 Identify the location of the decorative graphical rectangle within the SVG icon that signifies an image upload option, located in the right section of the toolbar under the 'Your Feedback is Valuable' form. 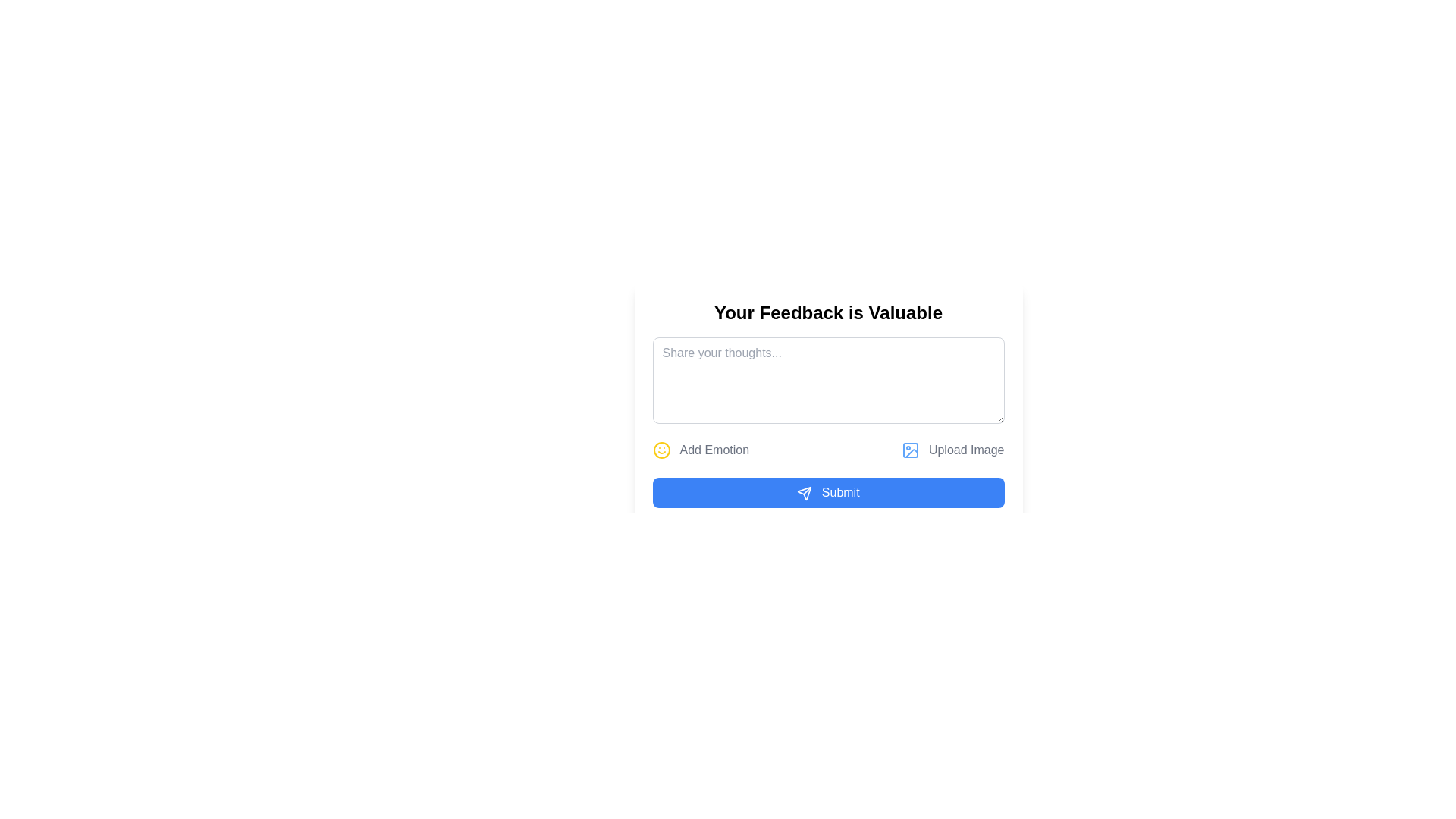
(910, 450).